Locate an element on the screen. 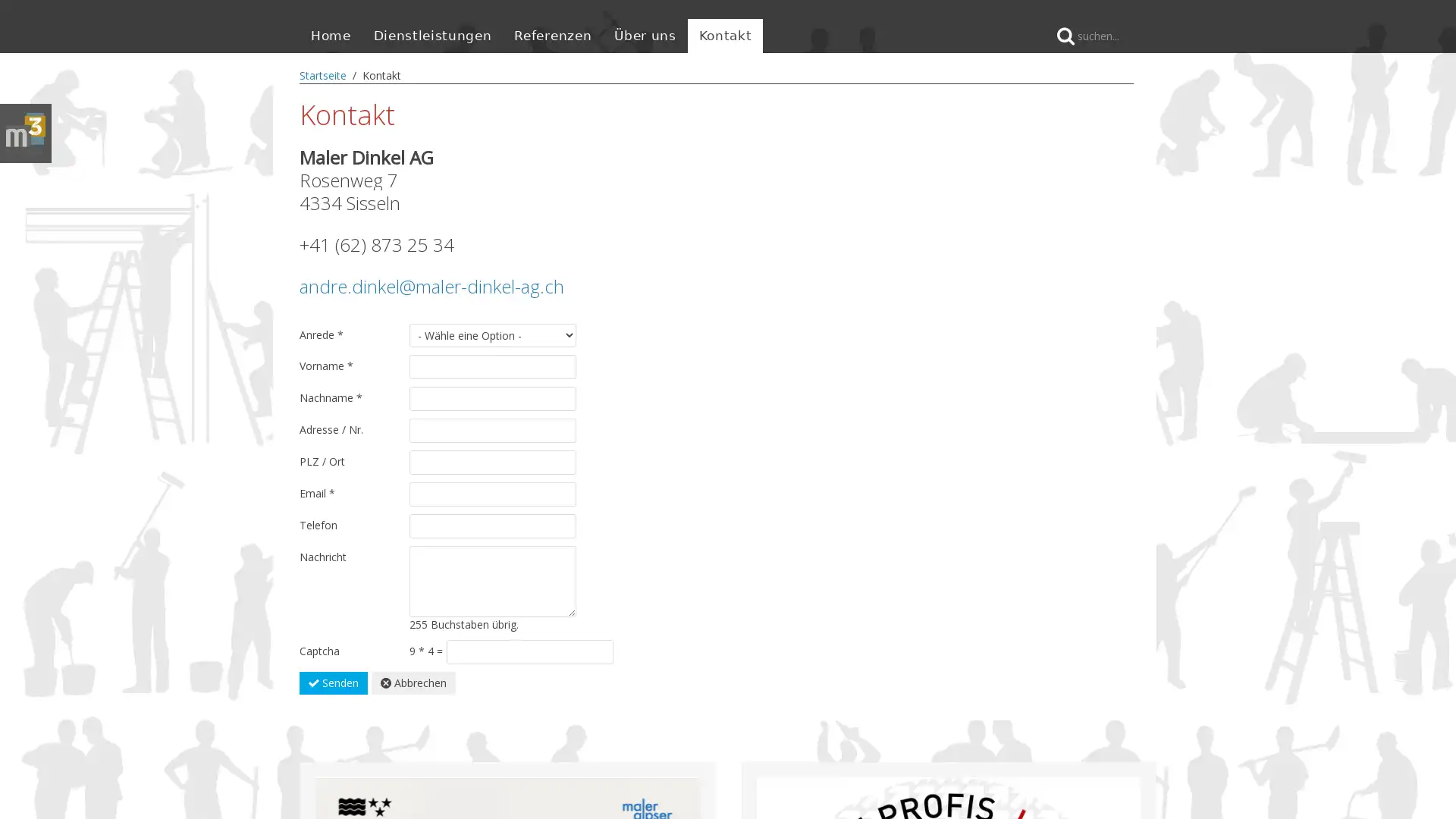  G Senden is located at coordinates (333, 681).